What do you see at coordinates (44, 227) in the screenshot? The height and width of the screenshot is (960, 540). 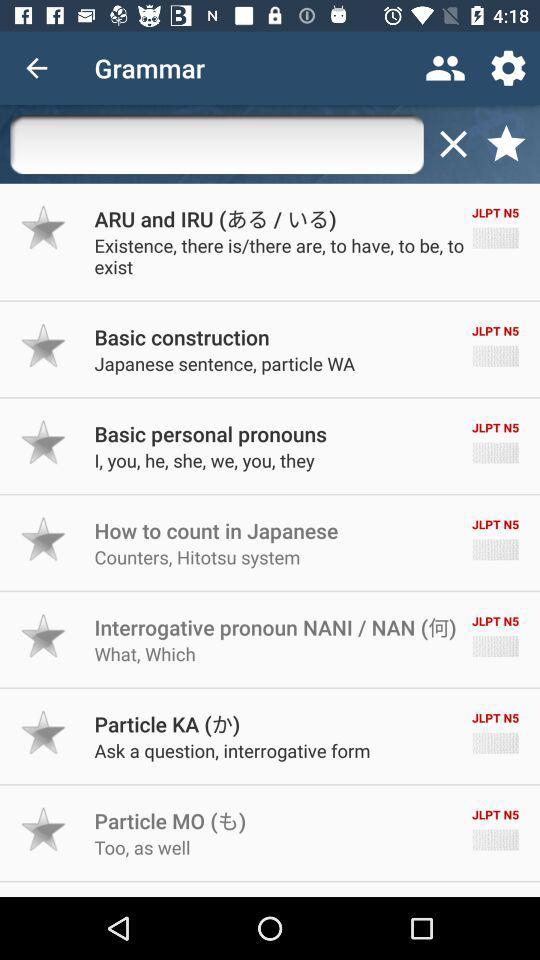 I see `mark as favorite` at bounding box center [44, 227].